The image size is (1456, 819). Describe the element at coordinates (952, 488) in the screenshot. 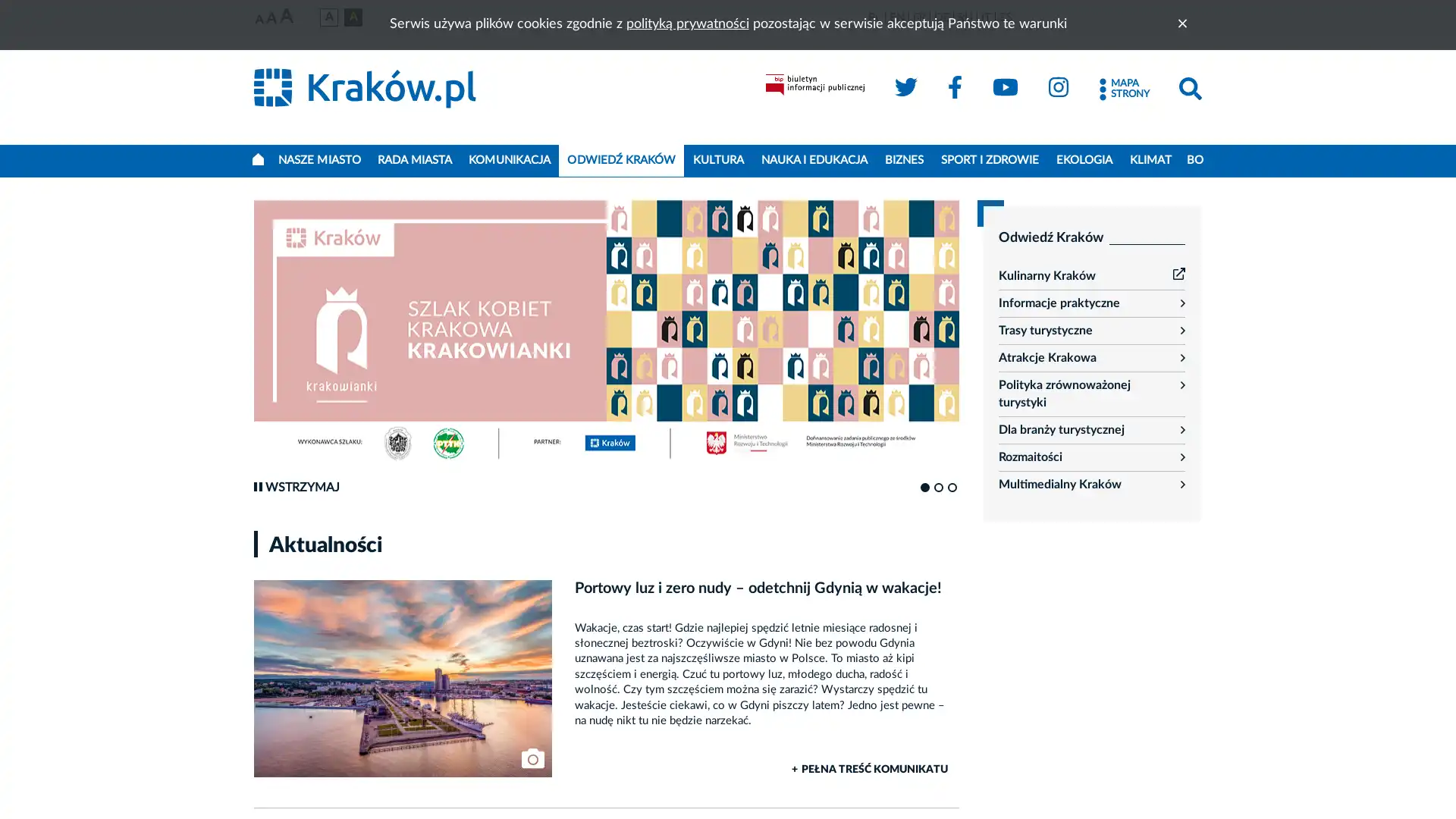

I see `Go to slide 3` at that location.